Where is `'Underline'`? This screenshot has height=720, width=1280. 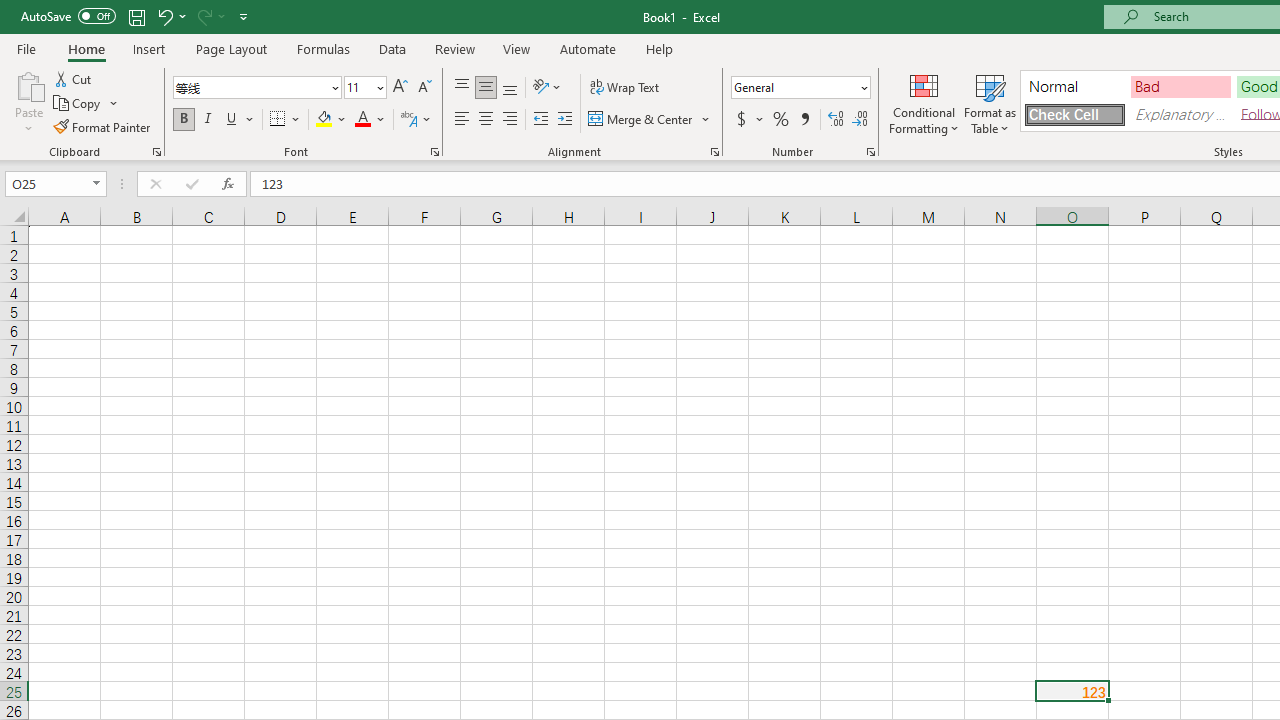
'Underline' is located at coordinates (232, 119).